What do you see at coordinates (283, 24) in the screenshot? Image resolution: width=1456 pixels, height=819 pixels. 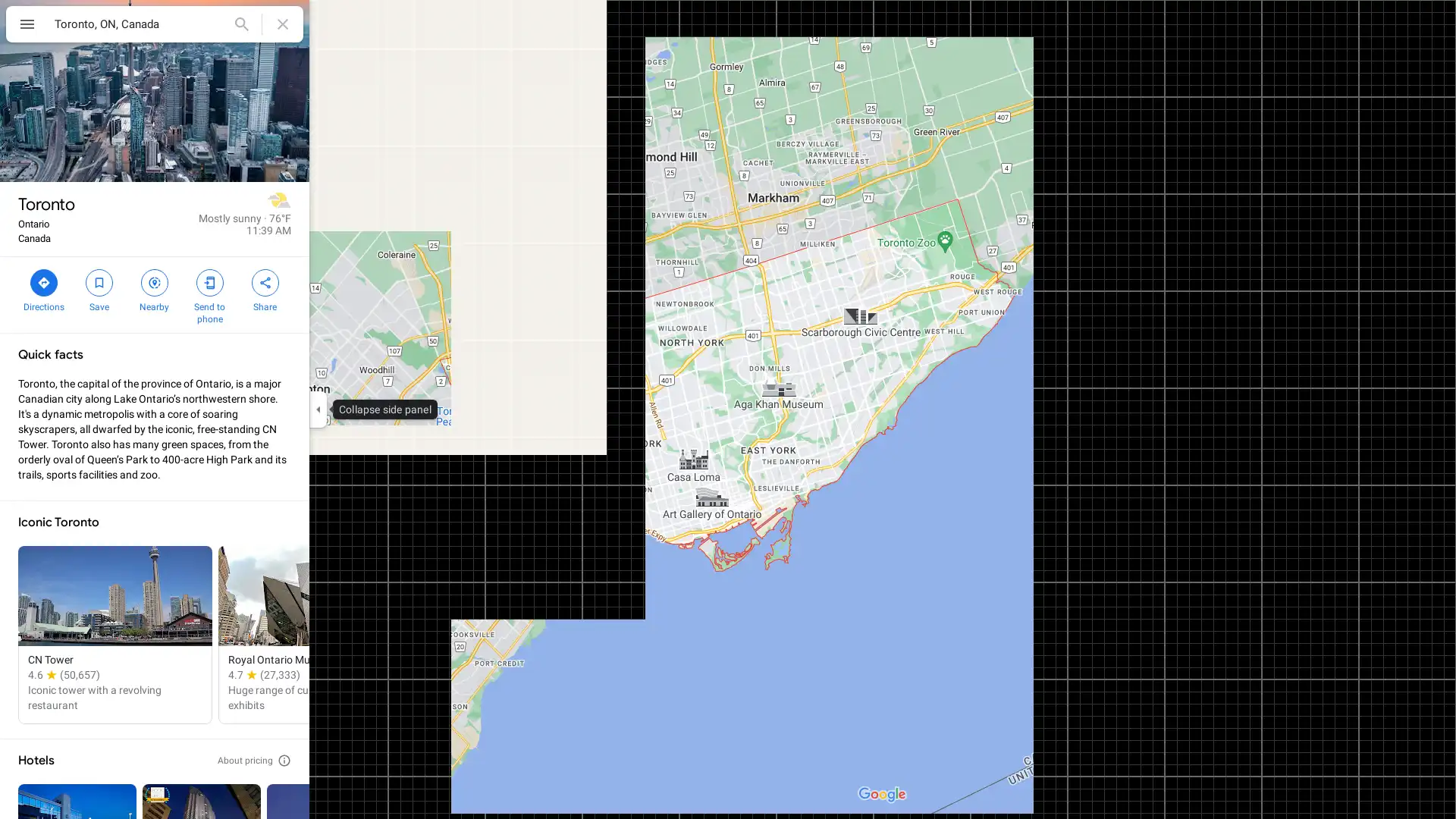 I see `Clear search` at bounding box center [283, 24].